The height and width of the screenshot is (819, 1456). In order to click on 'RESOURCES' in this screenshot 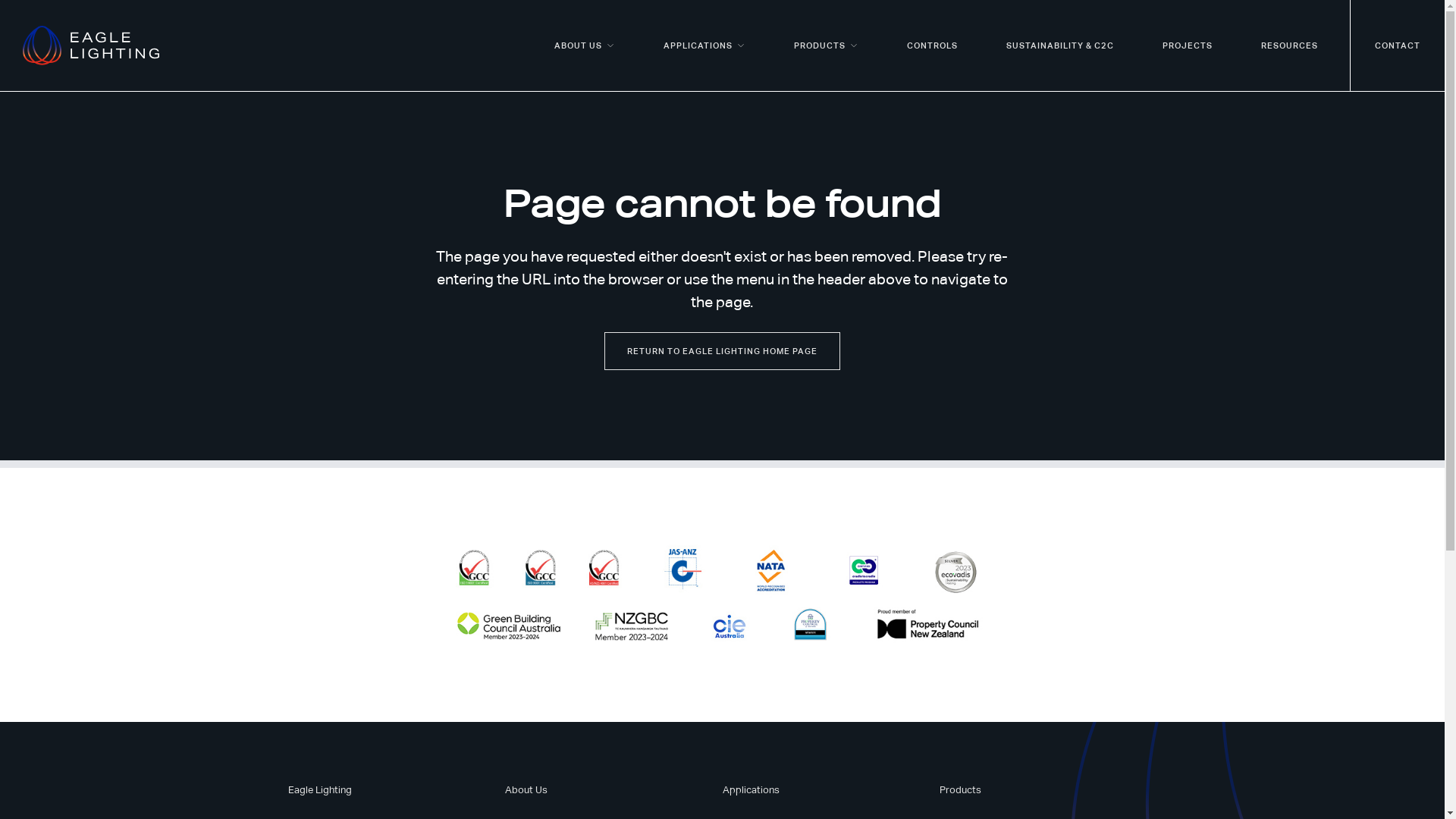, I will do `click(1288, 45)`.